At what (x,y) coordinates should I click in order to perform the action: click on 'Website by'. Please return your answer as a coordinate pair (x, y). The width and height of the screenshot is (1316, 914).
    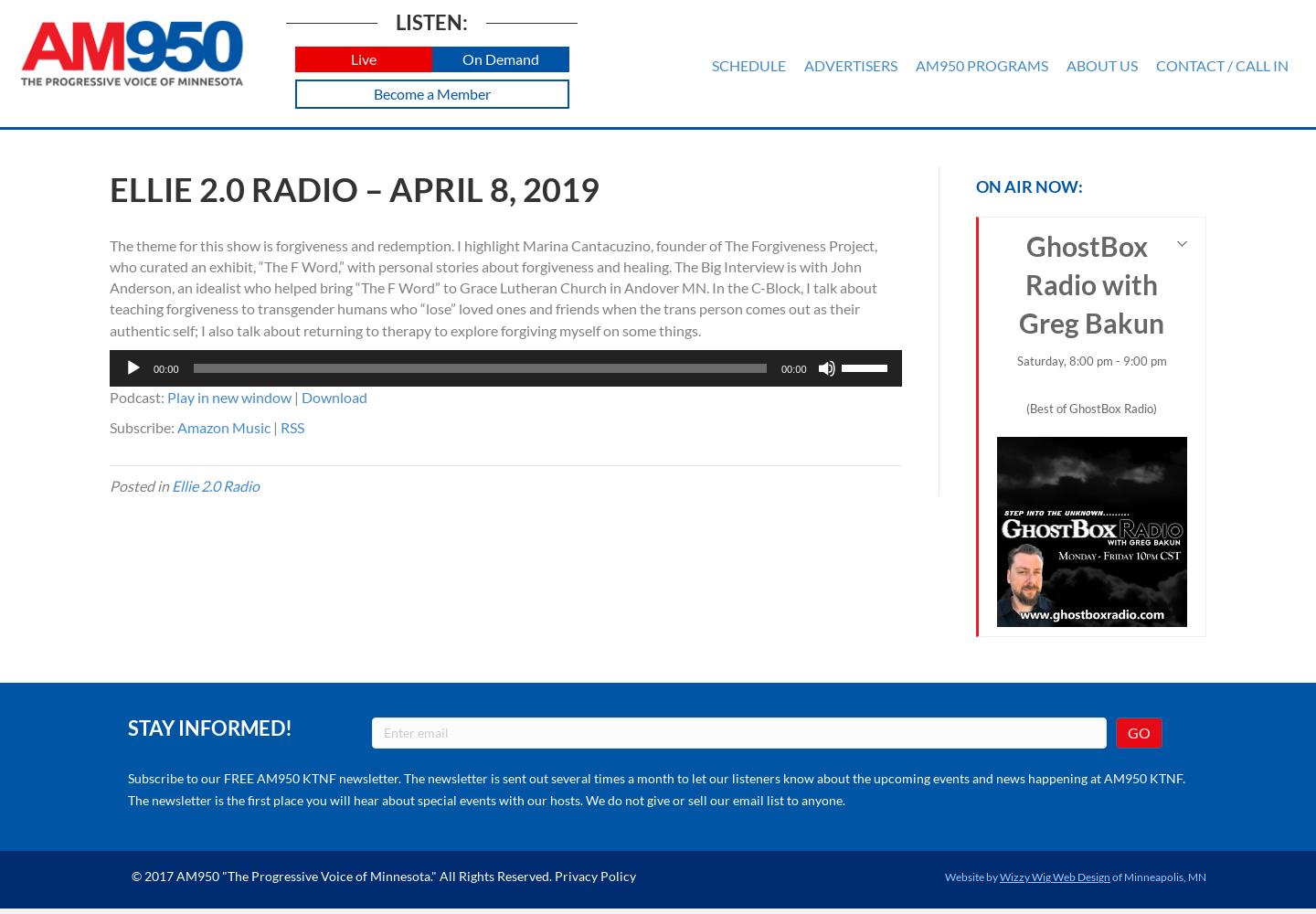
    Looking at the image, I should click on (972, 876).